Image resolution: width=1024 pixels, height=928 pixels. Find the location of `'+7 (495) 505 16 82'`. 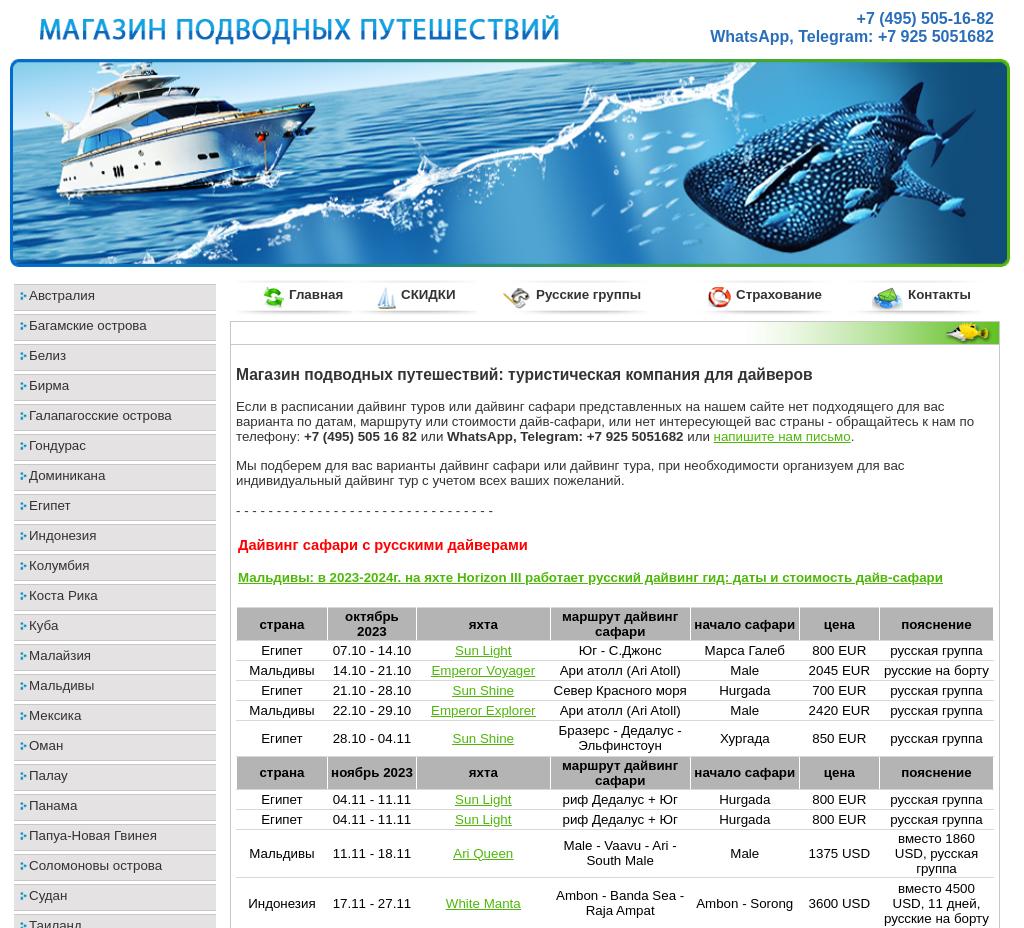

'+7 (495) 505 16 82' is located at coordinates (359, 436).